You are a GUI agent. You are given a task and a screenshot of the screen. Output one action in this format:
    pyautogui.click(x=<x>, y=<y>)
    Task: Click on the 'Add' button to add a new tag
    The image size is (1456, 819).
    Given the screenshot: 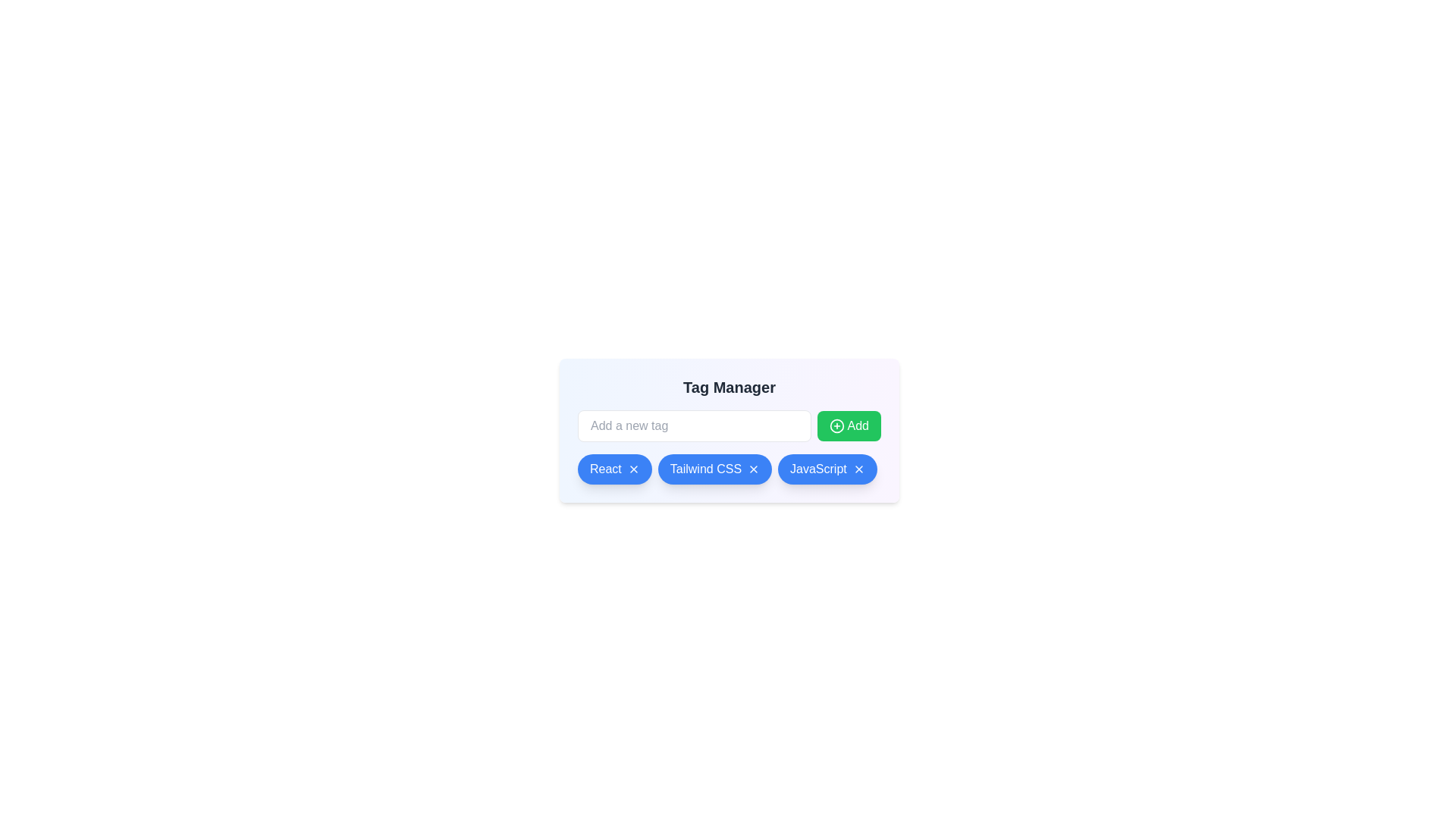 What is the action you would take?
    pyautogui.click(x=848, y=426)
    